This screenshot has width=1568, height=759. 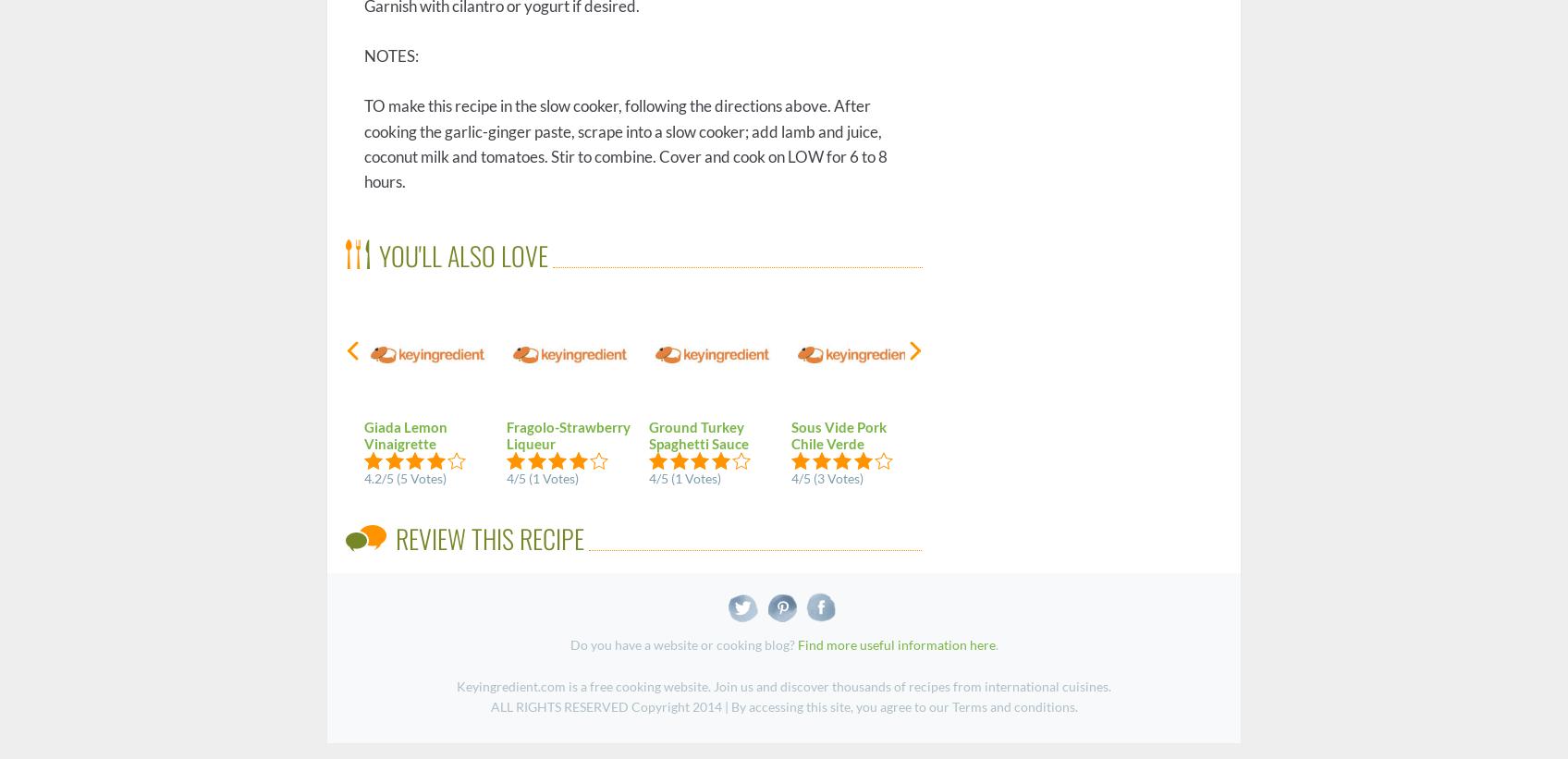 What do you see at coordinates (699, 434) in the screenshot?
I see `'Ground Turkey Spaghetti Sauce'` at bounding box center [699, 434].